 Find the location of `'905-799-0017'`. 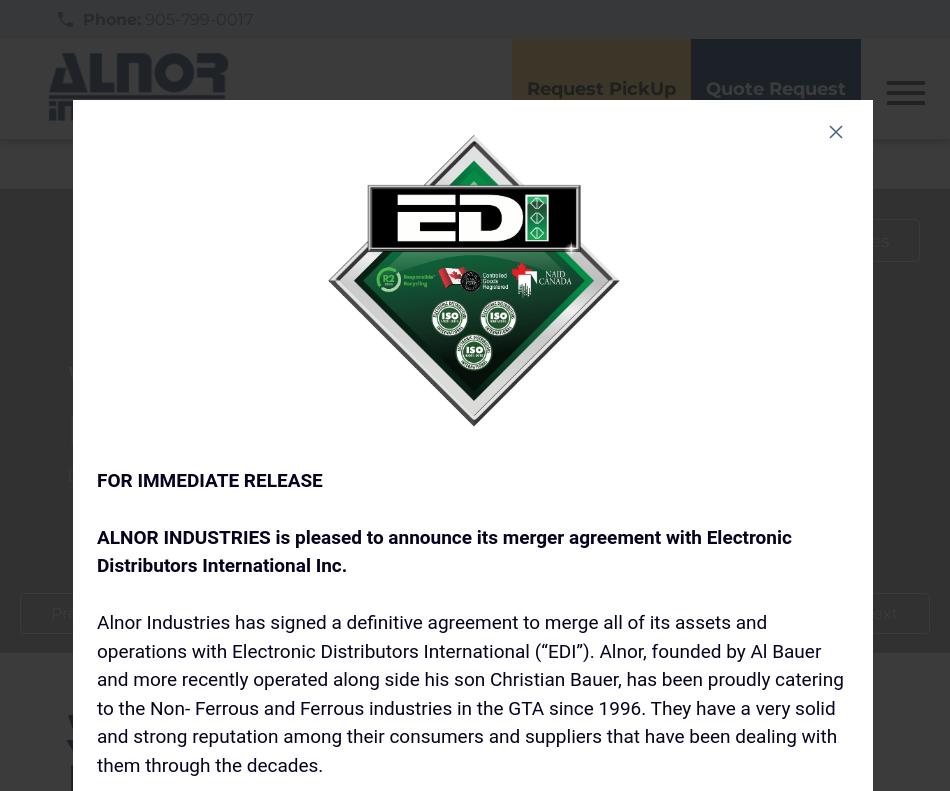

'905-799-0017' is located at coordinates (195, 18).